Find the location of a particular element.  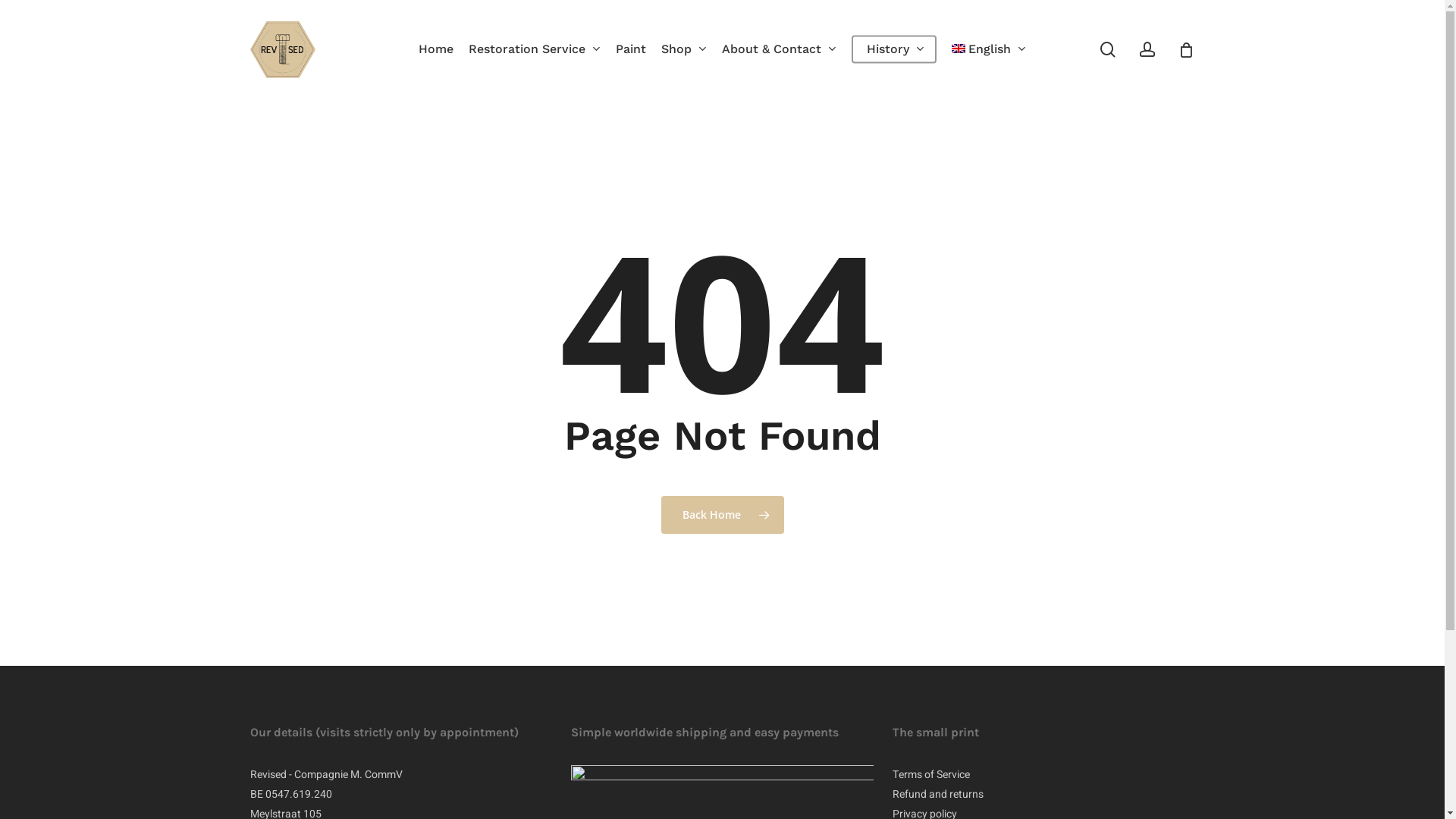

'Paint' is located at coordinates (630, 49).